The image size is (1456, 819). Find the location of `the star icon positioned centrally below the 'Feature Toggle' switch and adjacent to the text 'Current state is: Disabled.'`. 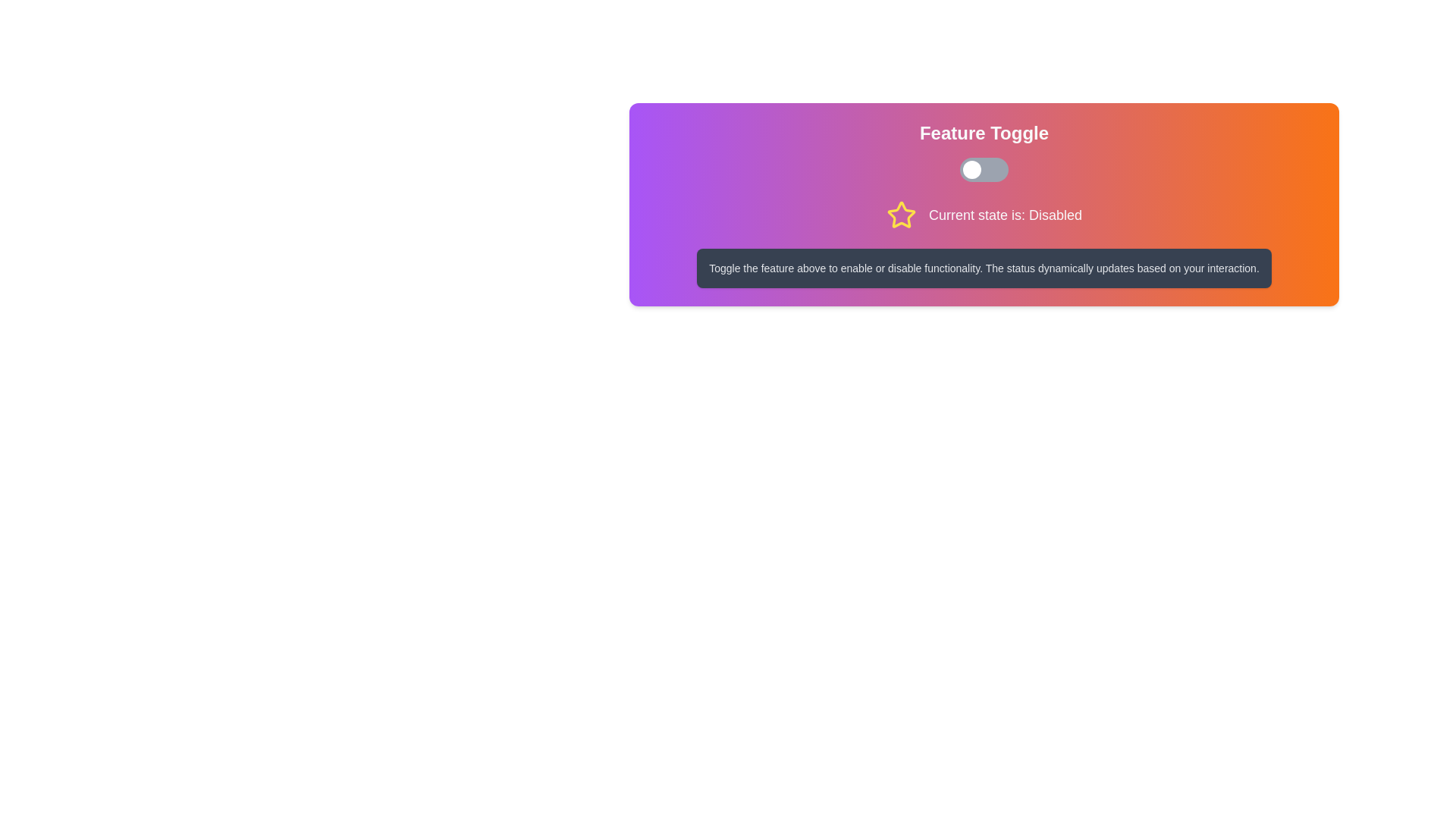

the star icon positioned centrally below the 'Feature Toggle' switch and adjacent to the text 'Current state is: Disabled.' is located at coordinates (901, 215).